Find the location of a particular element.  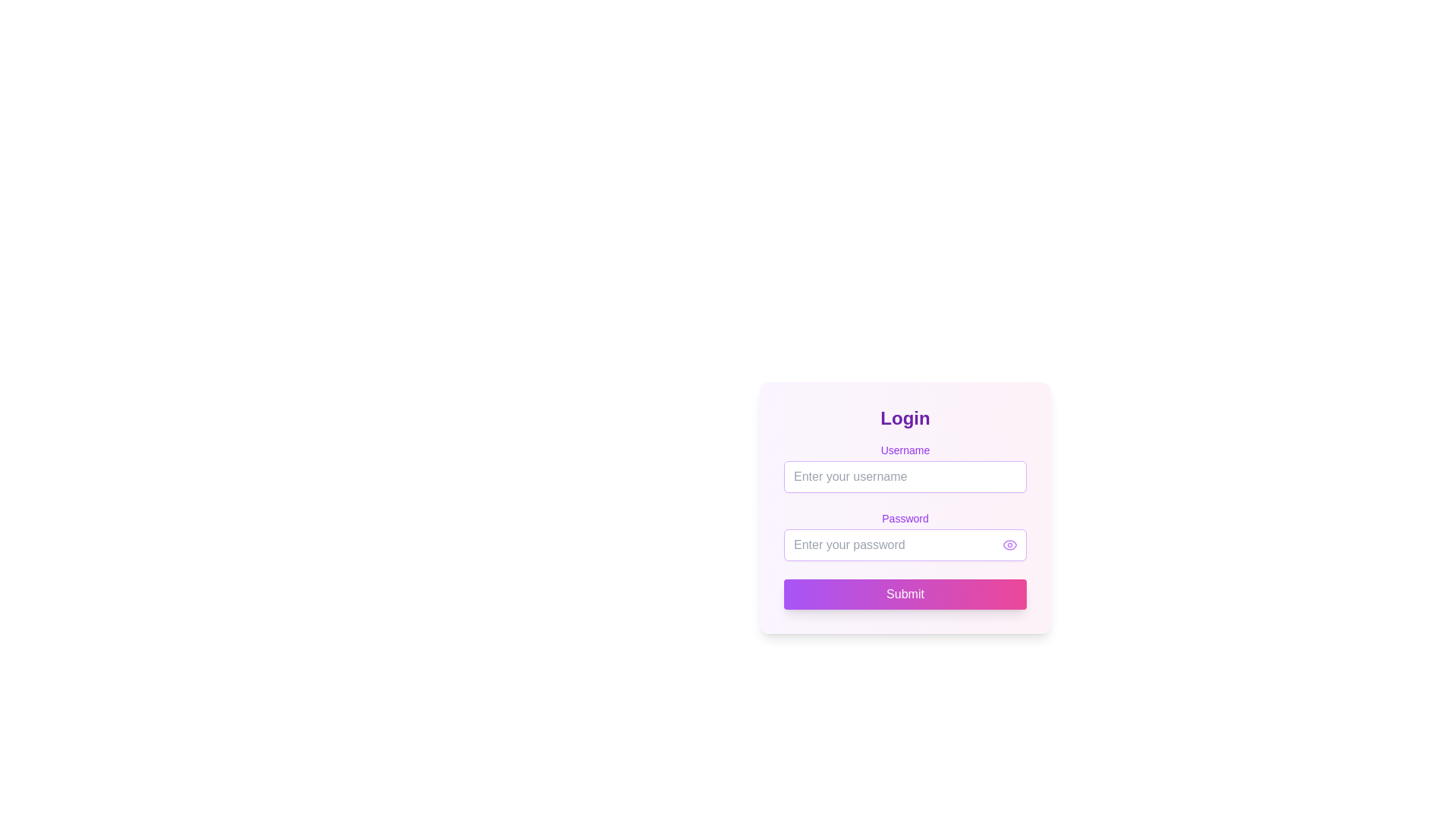

the 'Submit' button is located at coordinates (905, 593).